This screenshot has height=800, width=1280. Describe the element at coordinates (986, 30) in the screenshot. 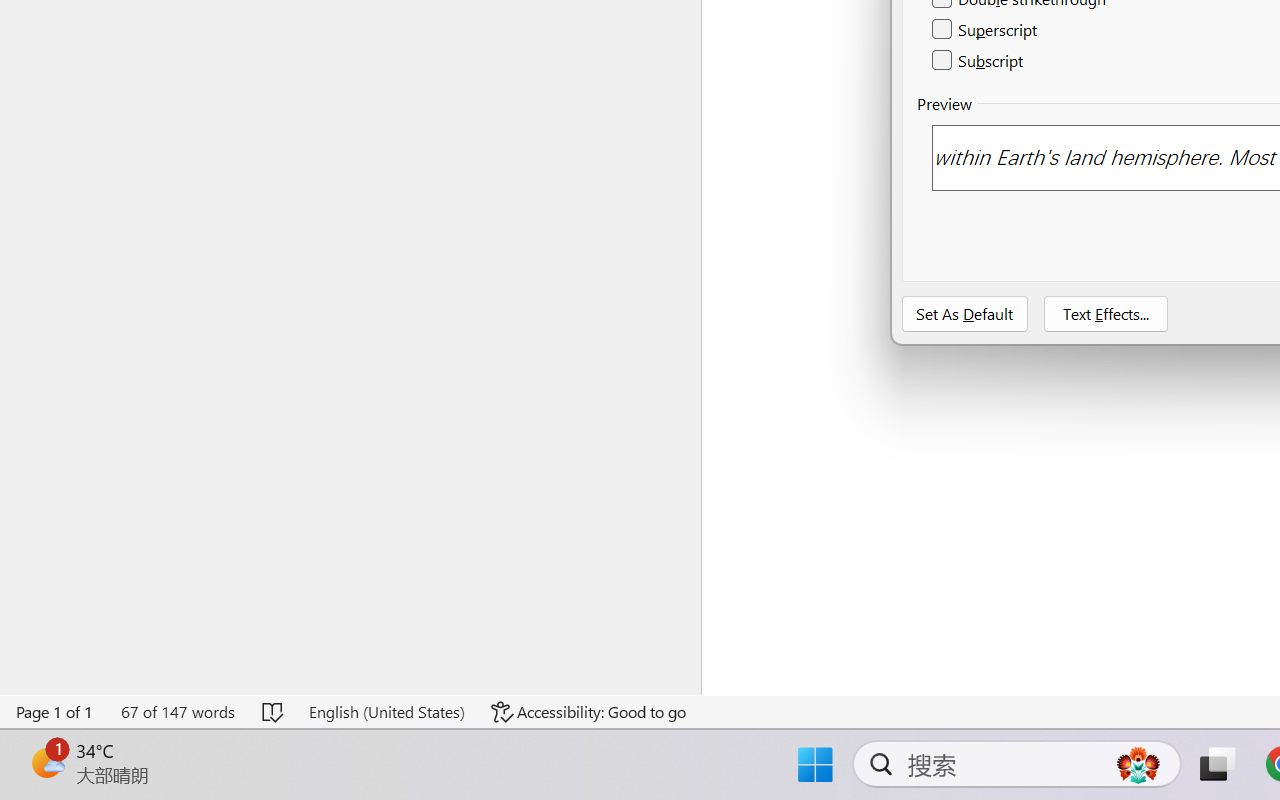

I see `'Superscript'` at that location.